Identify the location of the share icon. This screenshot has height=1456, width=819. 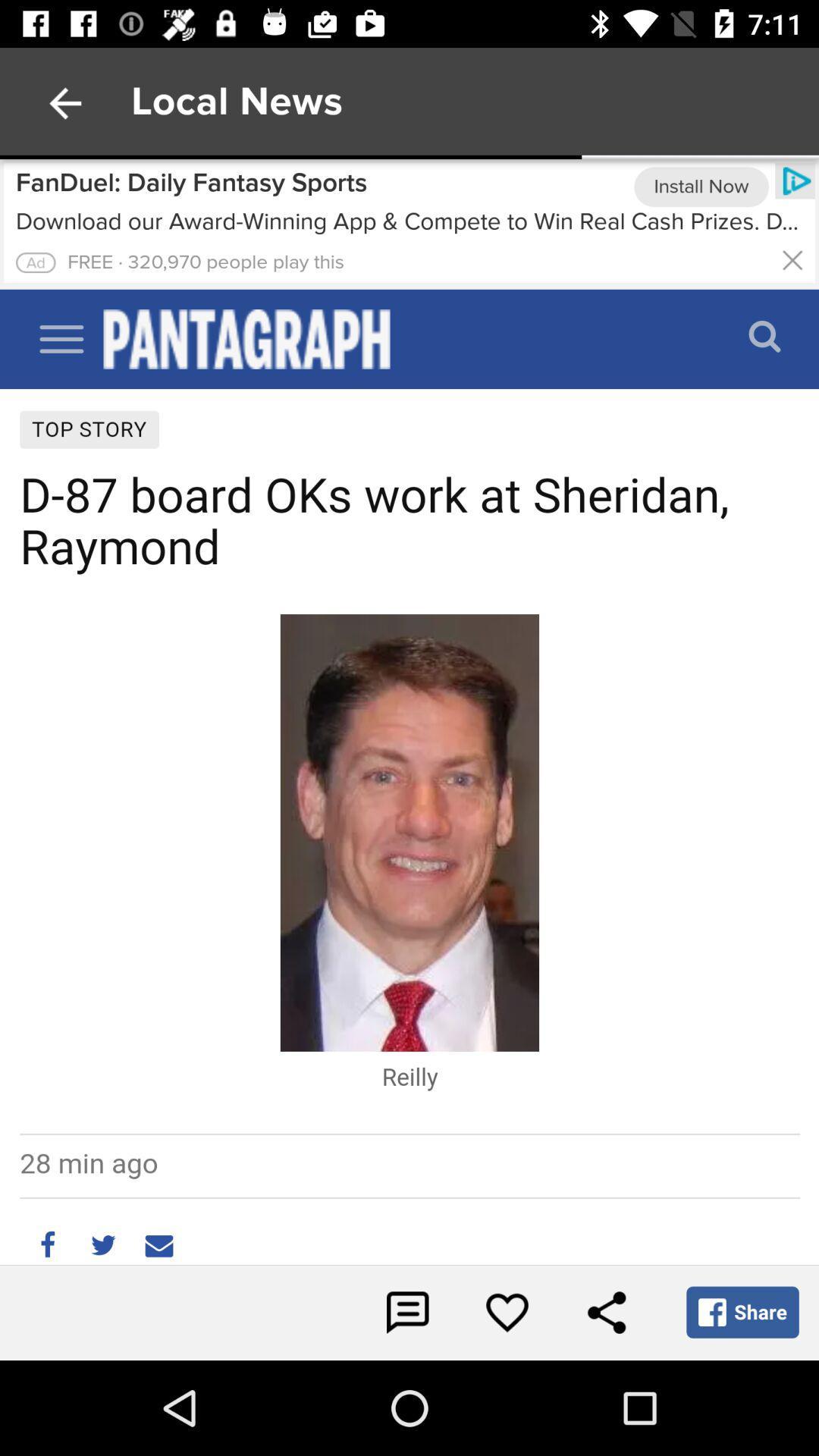
(605, 1312).